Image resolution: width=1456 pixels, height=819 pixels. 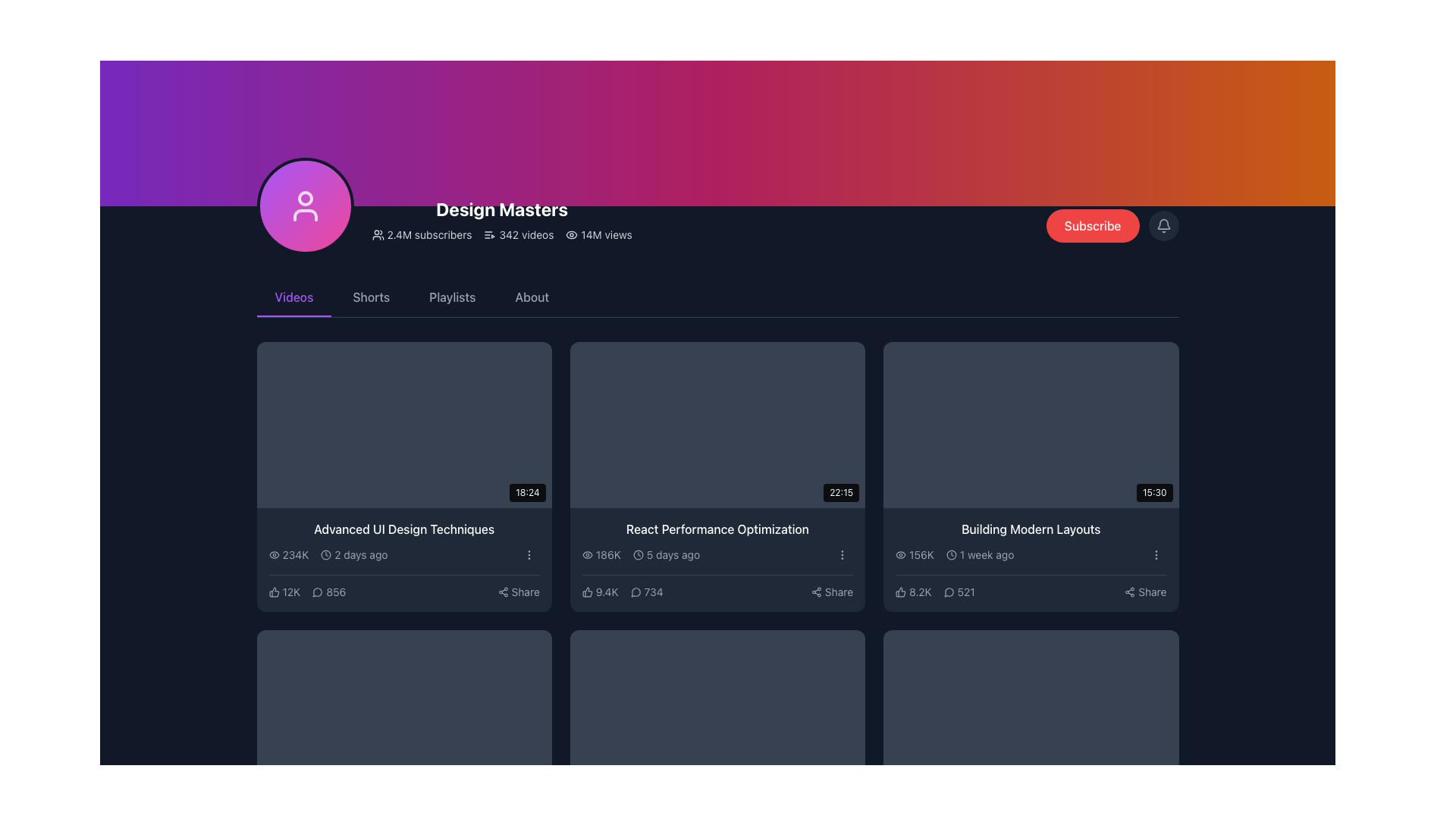 I want to click on the 'Share' button located at the bottom-right corner of the video card titled 'Building Modern Layouts', so click(x=1145, y=591).